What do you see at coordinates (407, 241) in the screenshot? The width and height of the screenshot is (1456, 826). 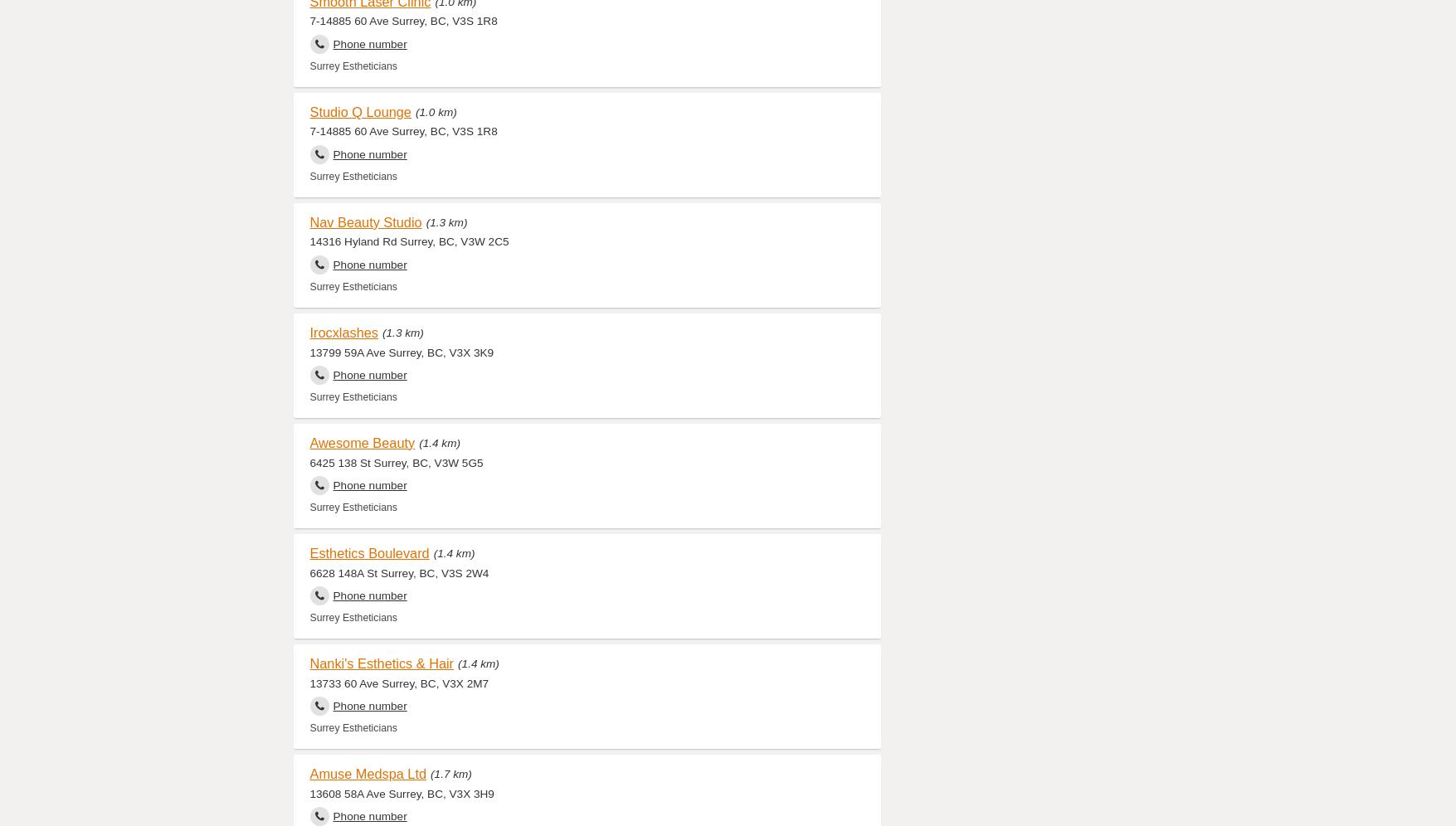 I see `'14316 Hyland Rd Surrey, BC, V3W 2C5'` at bounding box center [407, 241].